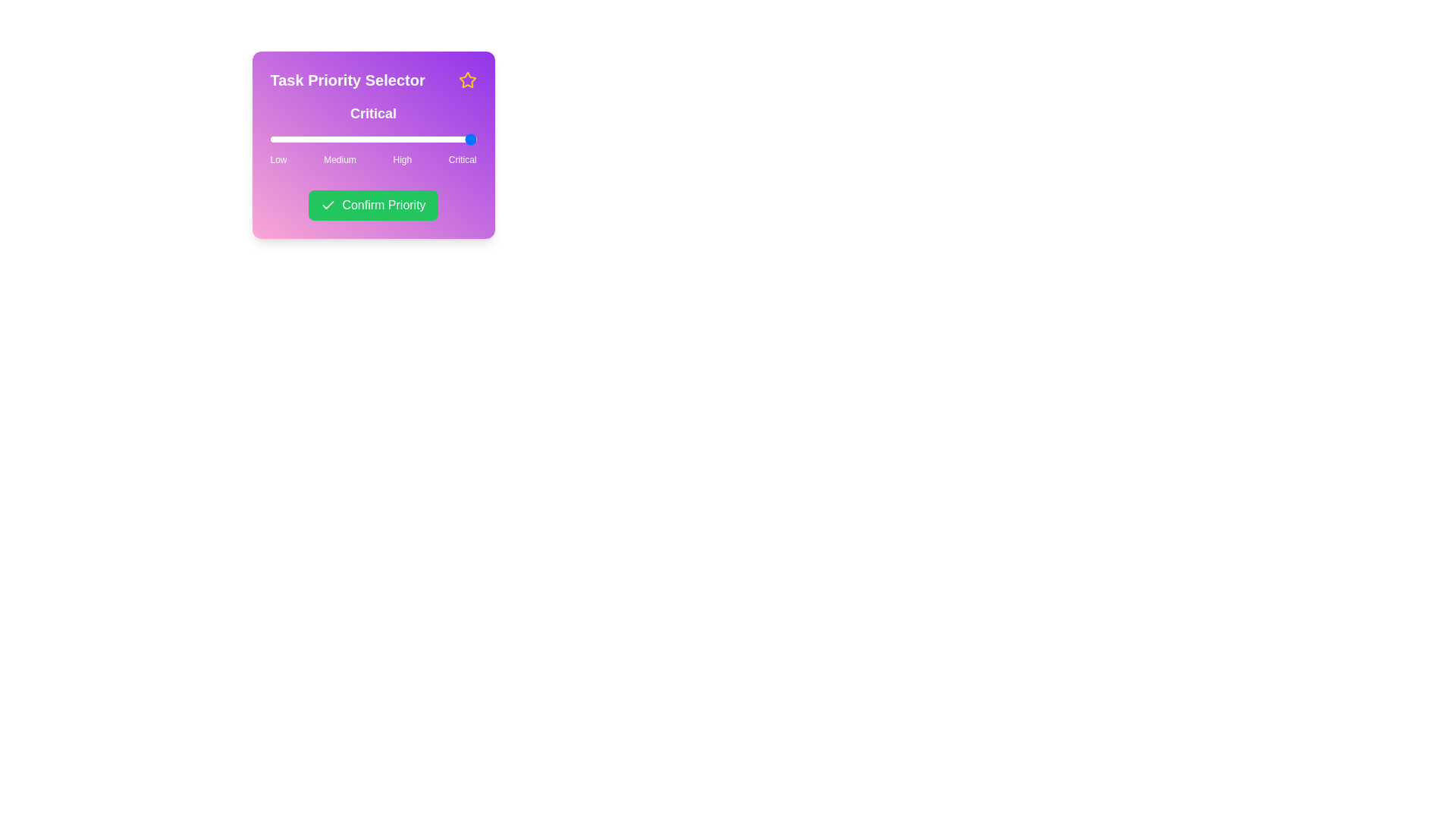 The height and width of the screenshot is (819, 1456). Describe the element at coordinates (328, 205) in the screenshot. I see `the checkmark icon within the 'Confirm Priority' button, which is styled with thin lines and is part of a green button` at that location.